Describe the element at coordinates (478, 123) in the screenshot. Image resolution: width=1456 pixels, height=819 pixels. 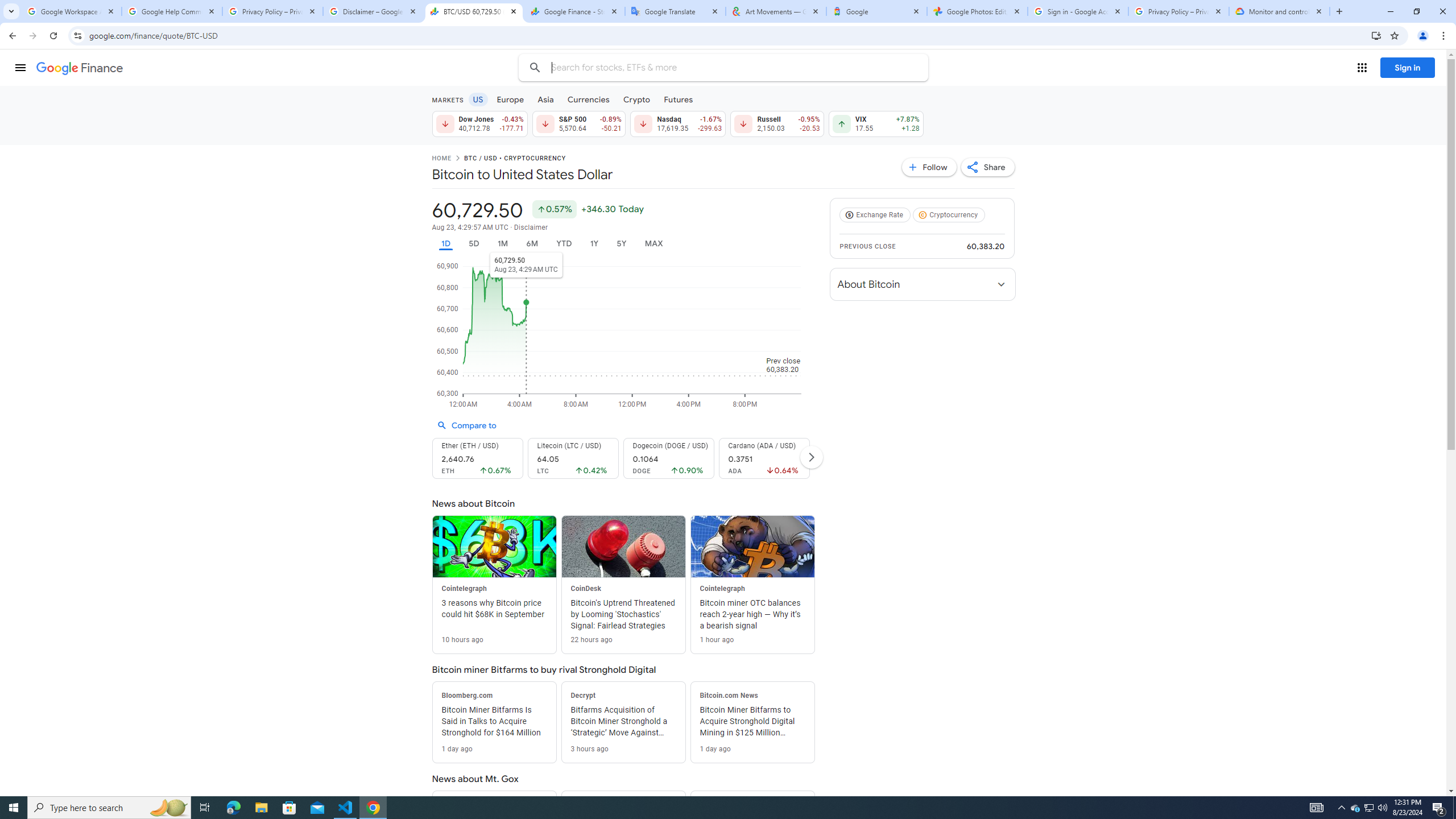
I see `'Dow Jones 40,712.78 Down by 0.43% -177.71'` at that location.